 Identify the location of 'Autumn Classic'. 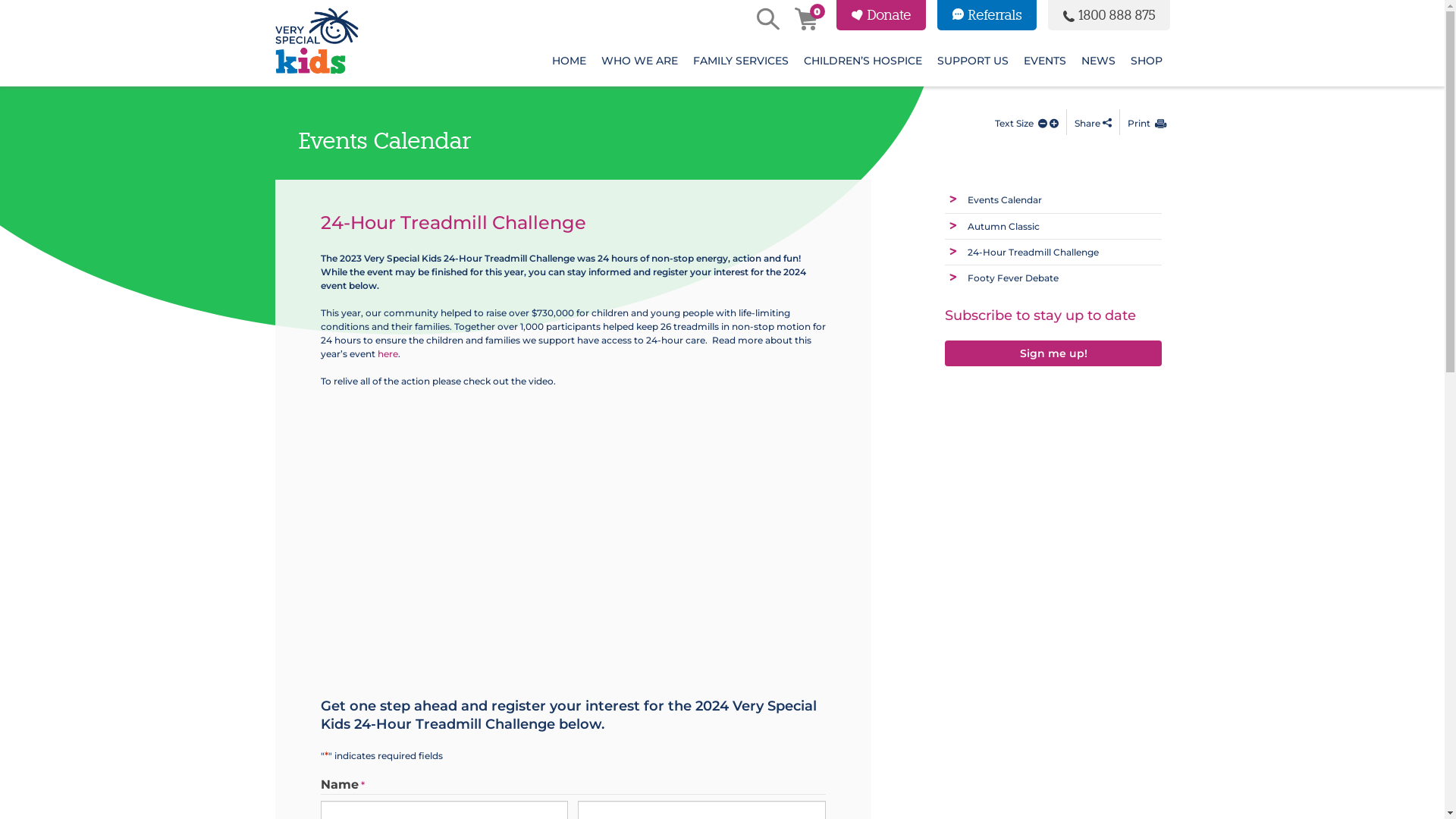
(967, 226).